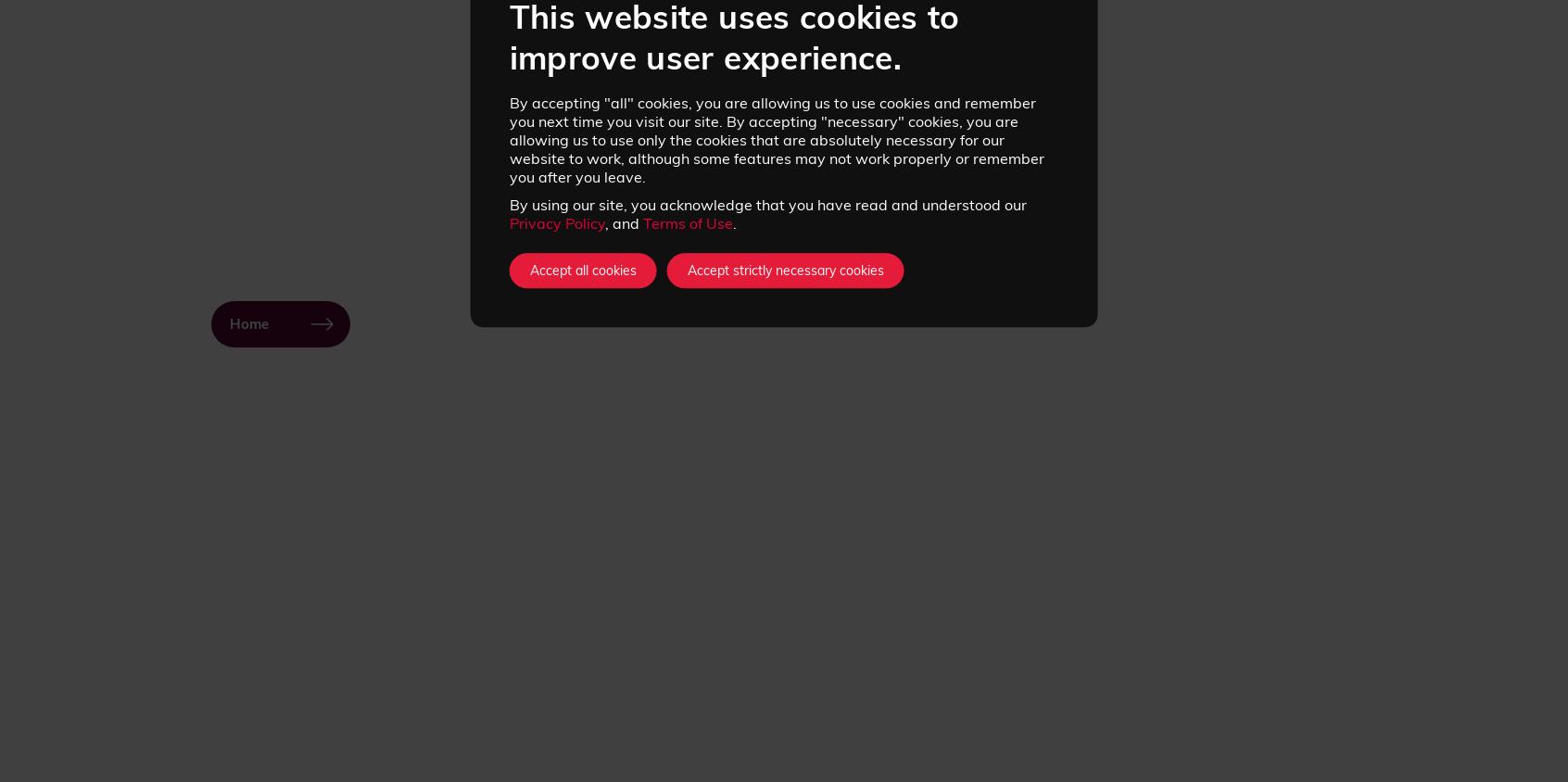 The image size is (1568, 782). I want to click on 'For golfers', so click(332, 688).